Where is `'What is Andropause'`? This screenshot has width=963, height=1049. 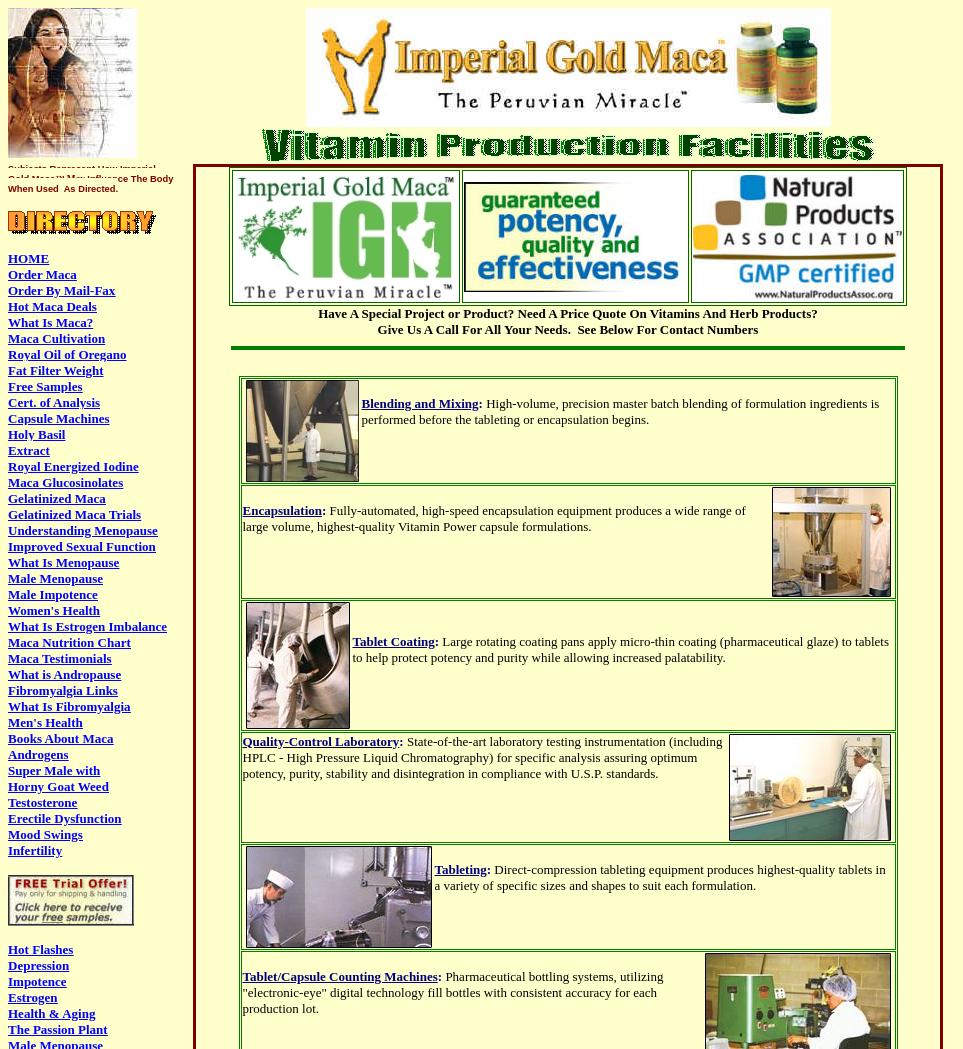
'What is Andropause' is located at coordinates (64, 673).